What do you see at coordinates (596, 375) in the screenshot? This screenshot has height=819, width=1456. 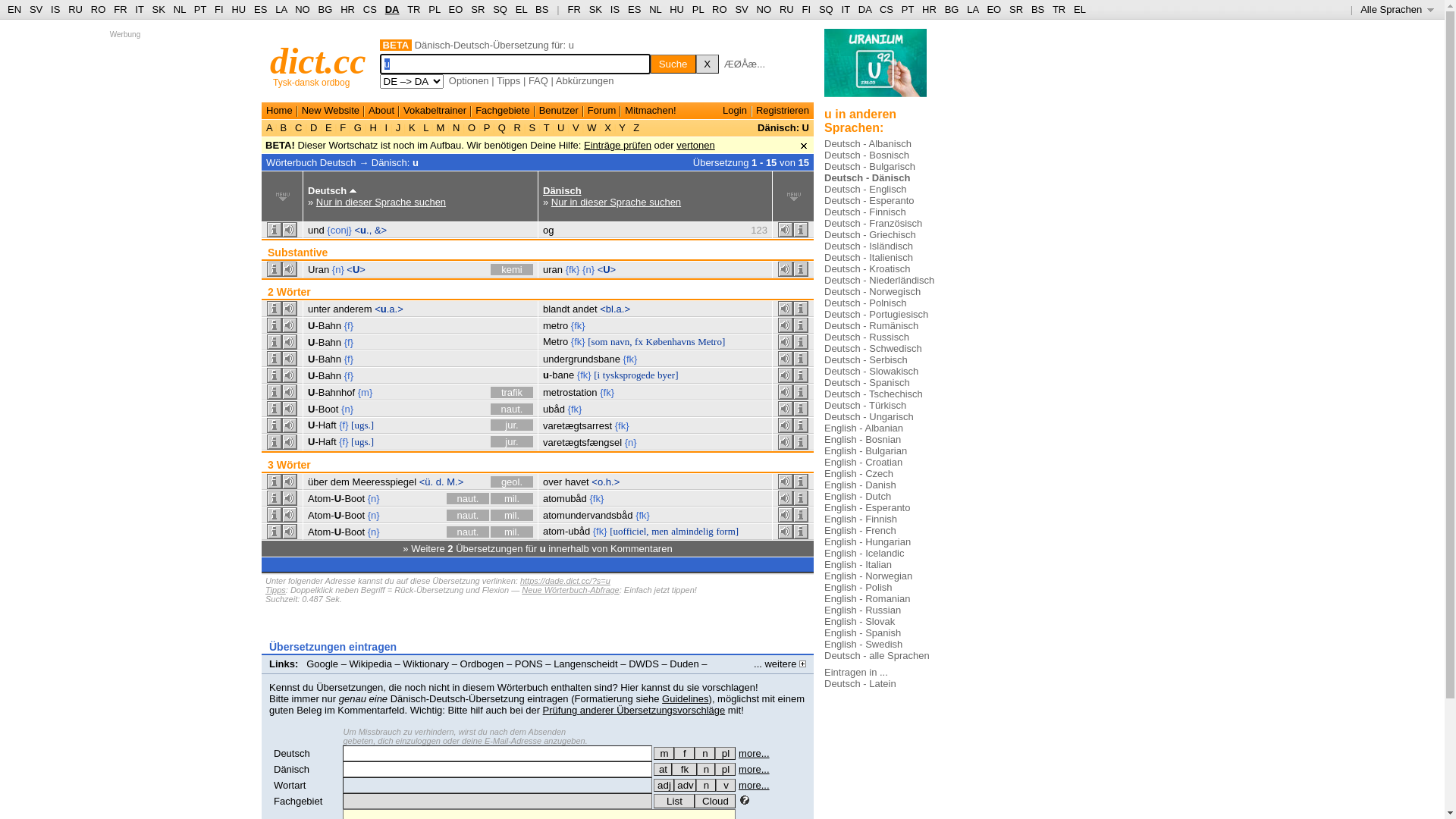 I see `'[i'` at bounding box center [596, 375].